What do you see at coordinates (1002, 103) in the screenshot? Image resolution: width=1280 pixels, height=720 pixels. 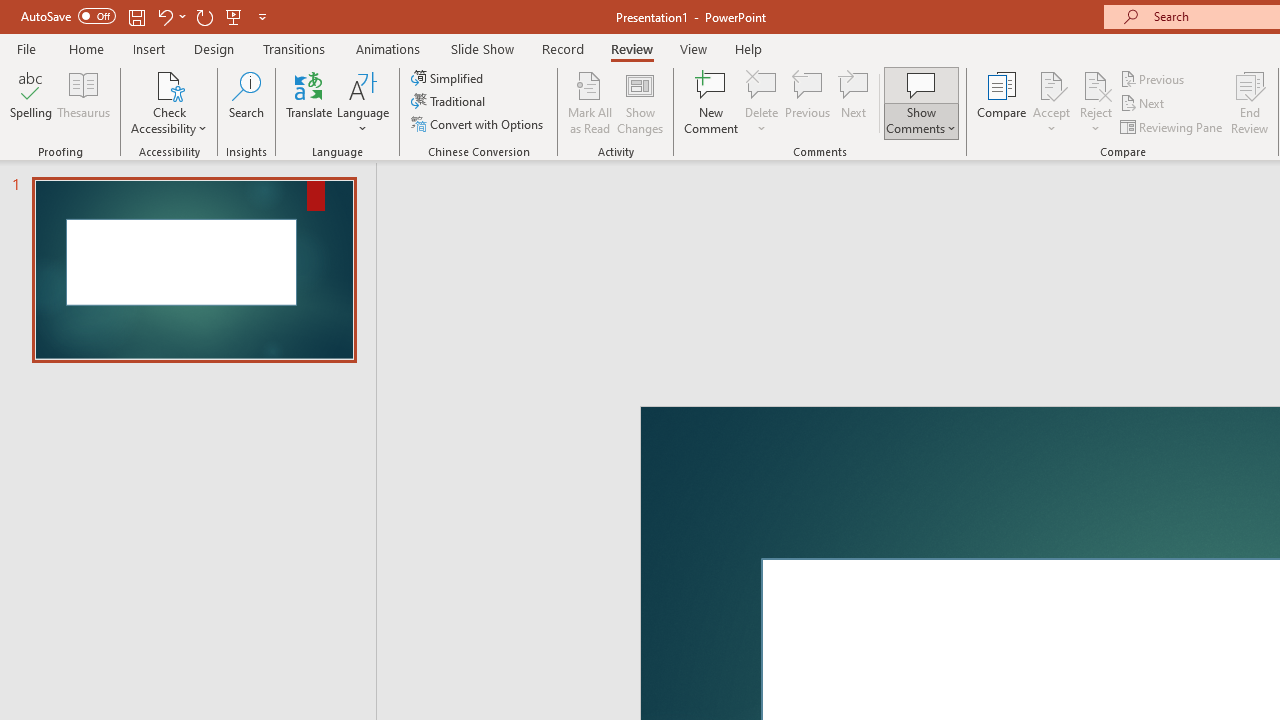 I see `'Compare'` at bounding box center [1002, 103].